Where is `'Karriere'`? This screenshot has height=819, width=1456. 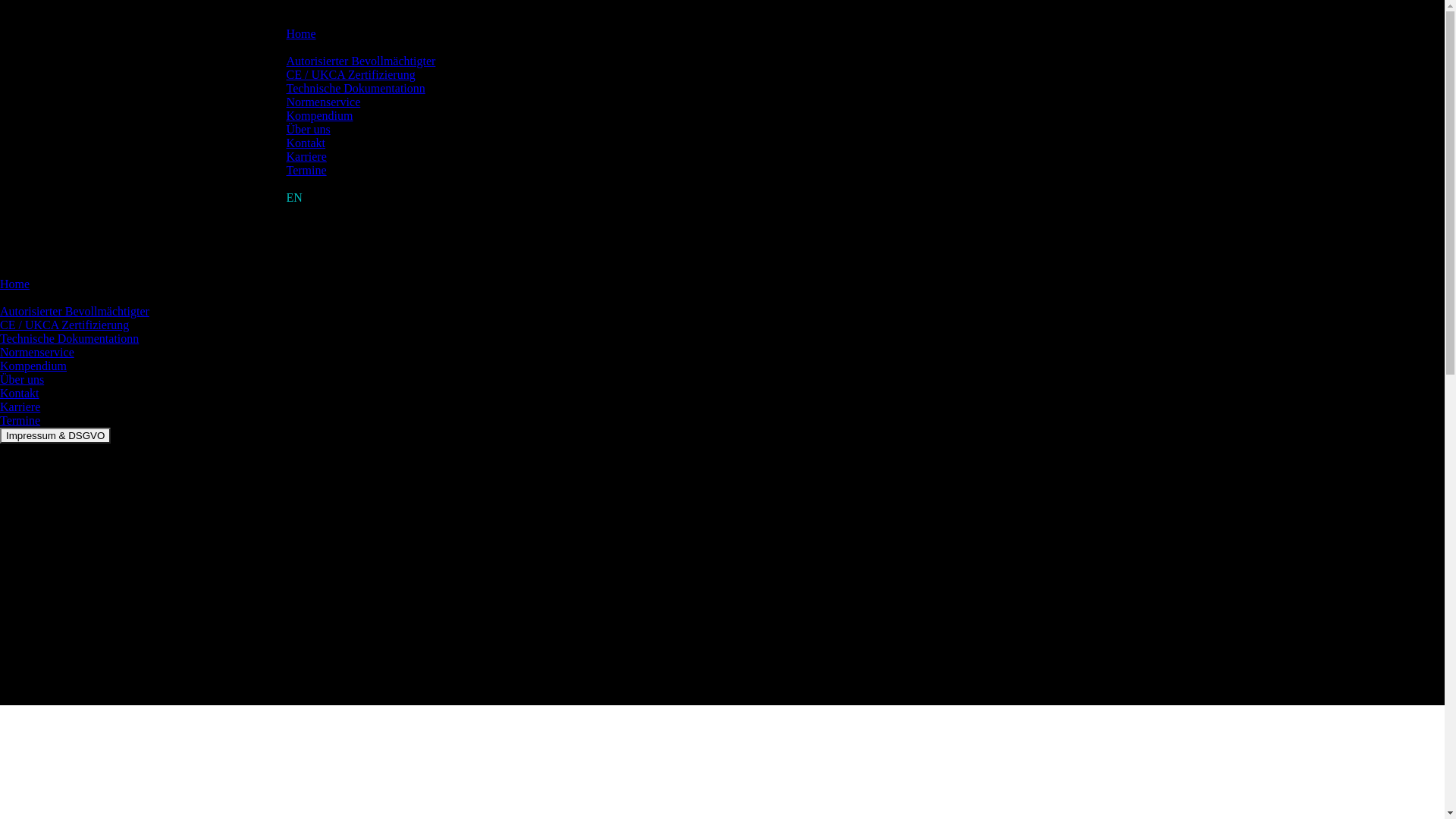 'Karriere' is located at coordinates (287, 156).